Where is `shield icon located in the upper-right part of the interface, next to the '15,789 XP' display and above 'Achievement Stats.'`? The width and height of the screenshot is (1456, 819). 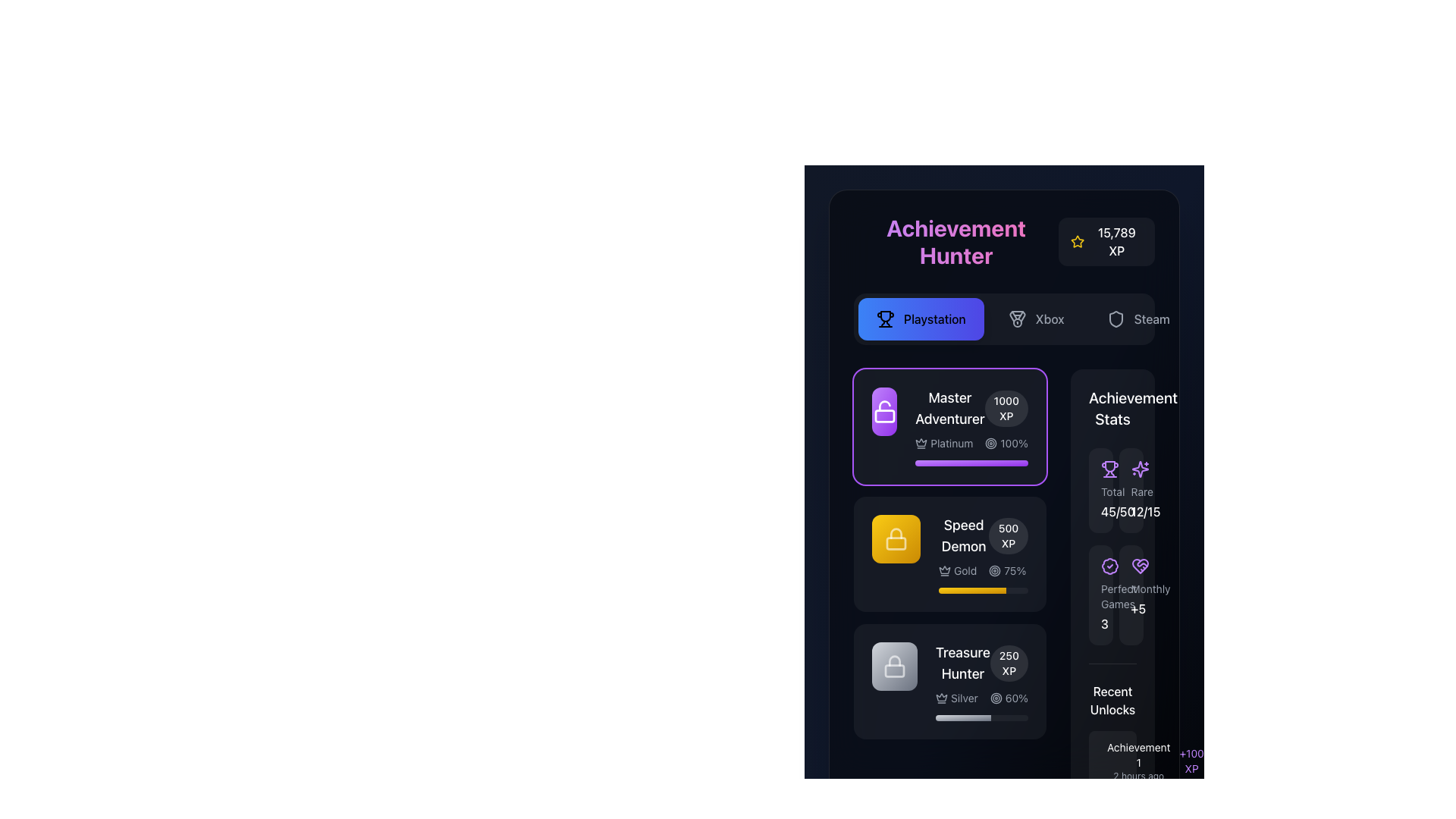
shield icon located in the upper-right part of the interface, next to the '15,789 XP' display and above 'Achievement Stats.' is located at coordinates (1116, 318).